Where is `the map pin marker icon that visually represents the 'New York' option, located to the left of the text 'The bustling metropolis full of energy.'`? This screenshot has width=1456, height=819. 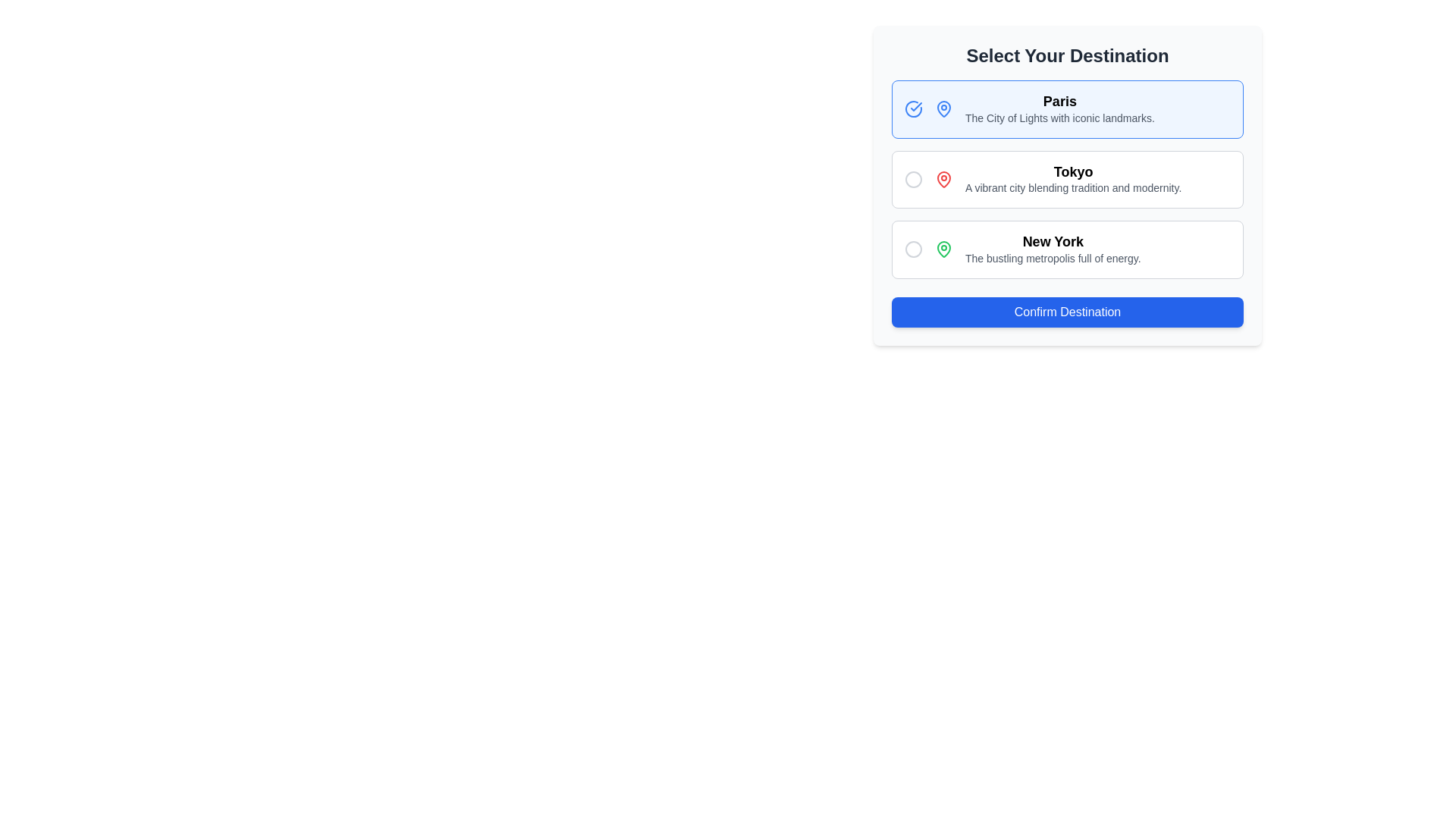 the map pin marker icon that visually represents the 'New York' option, located to the left of the text 'The bustling metropolis full of energy.' is located at coordinates (943, 248).